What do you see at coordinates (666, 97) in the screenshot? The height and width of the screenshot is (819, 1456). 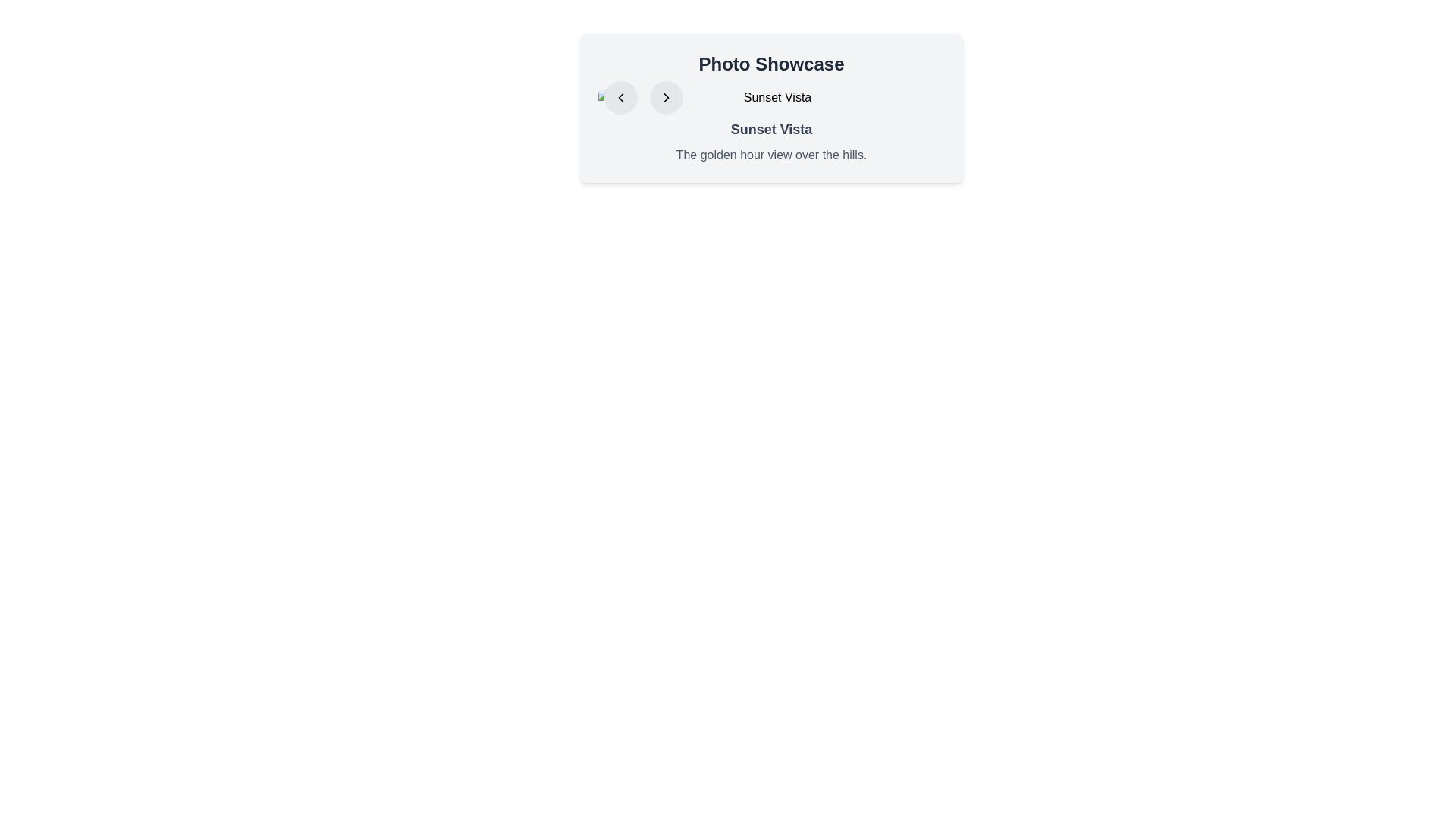 I see `the navigation button that is the second interactive button from the left, positioned to the right of the left-facing chevron button, above the 'Sunset Vista' content` at bounding box center [666, 97].